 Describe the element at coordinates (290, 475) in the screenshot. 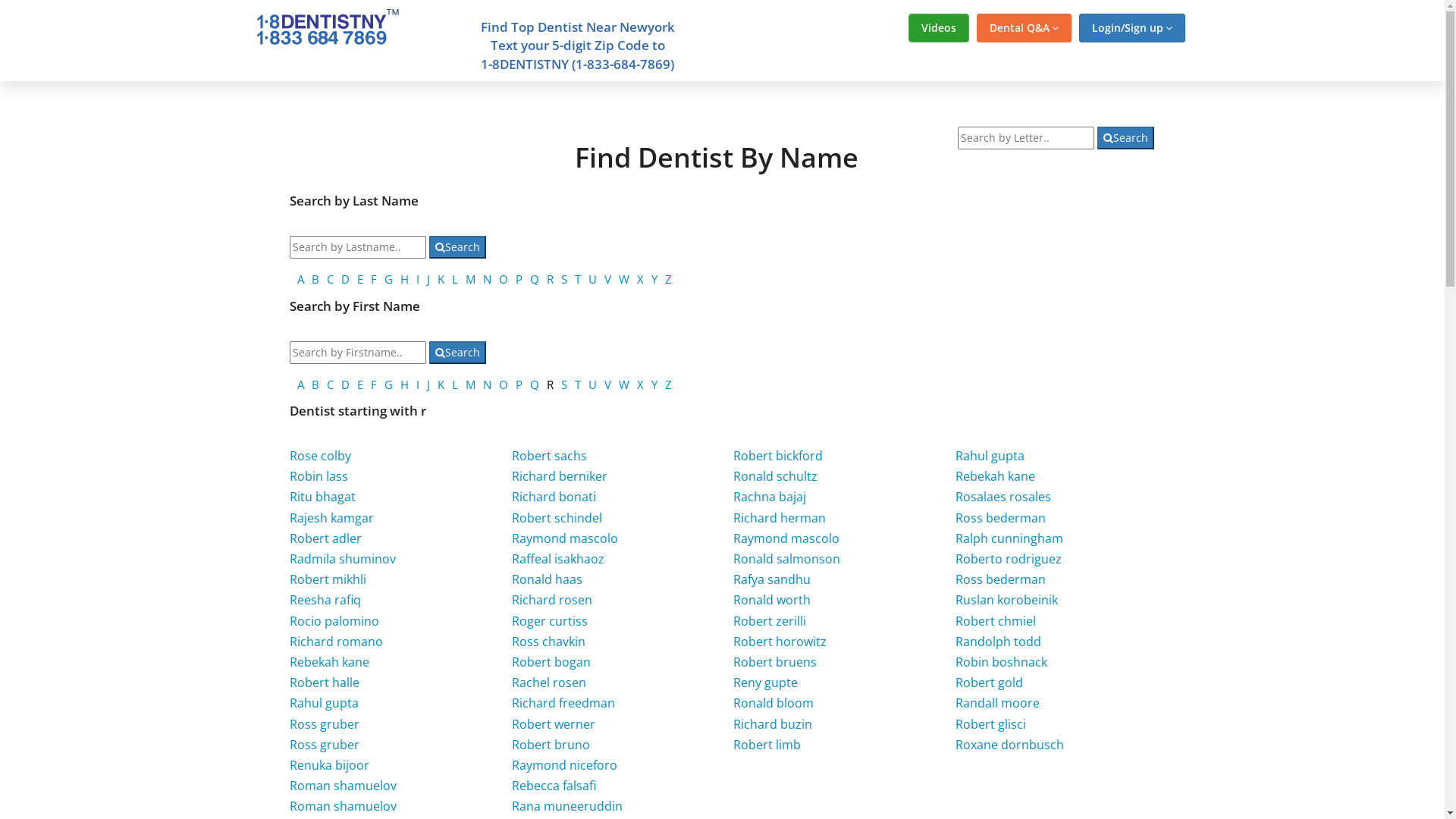

I see `'Robin lass'` at that location.